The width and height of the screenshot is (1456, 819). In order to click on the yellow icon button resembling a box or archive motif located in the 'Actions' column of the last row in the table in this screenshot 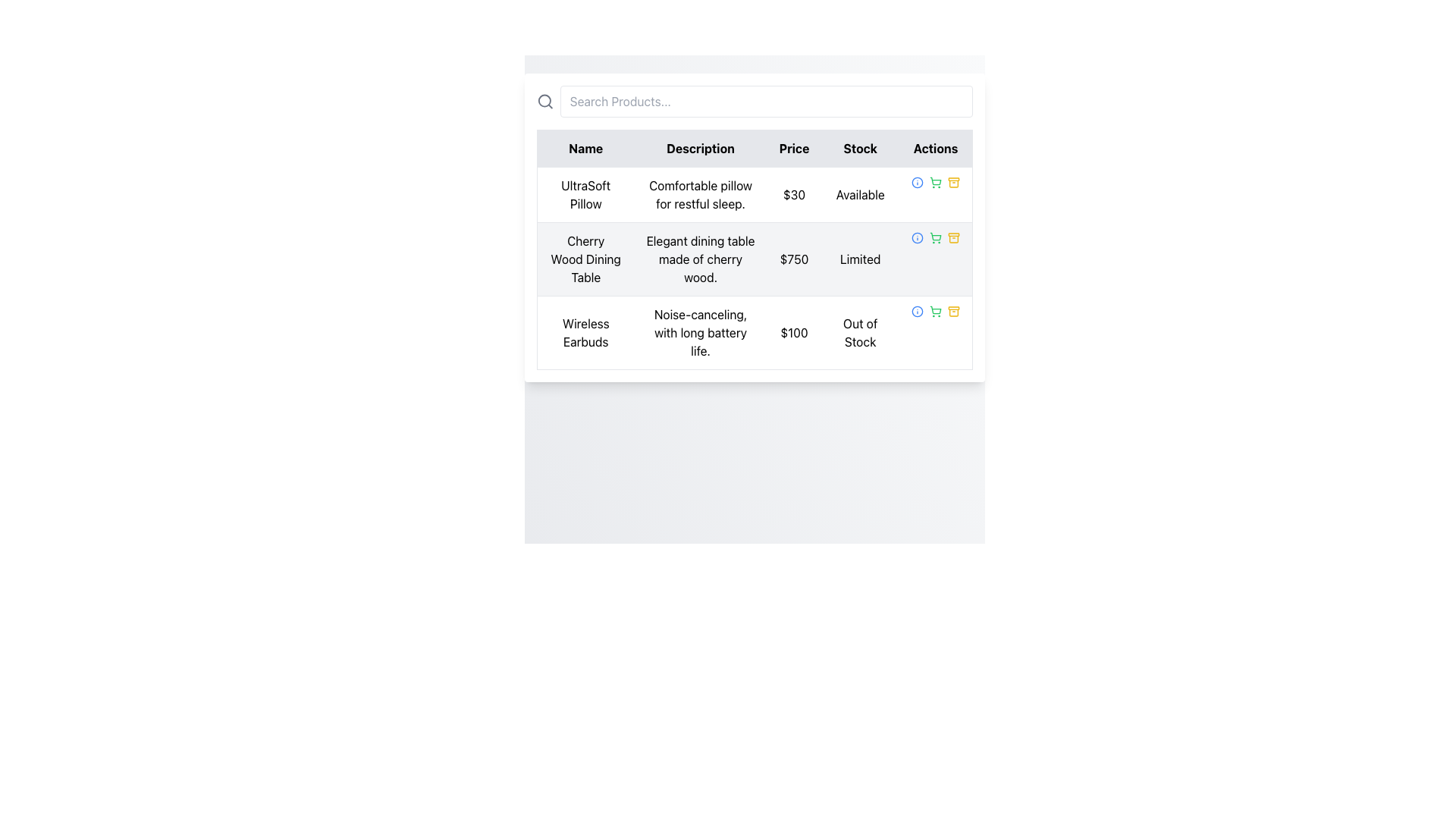, I will do `click(952, 311)`.